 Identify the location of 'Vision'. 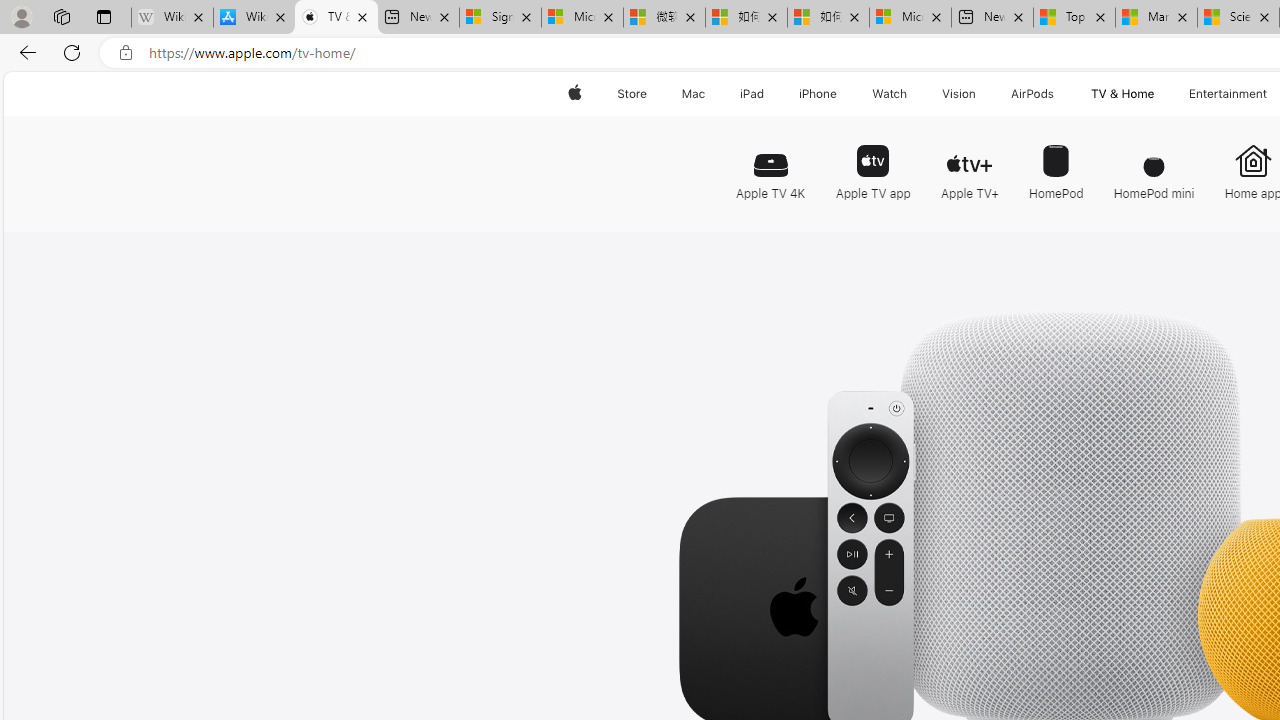
(960, 93).